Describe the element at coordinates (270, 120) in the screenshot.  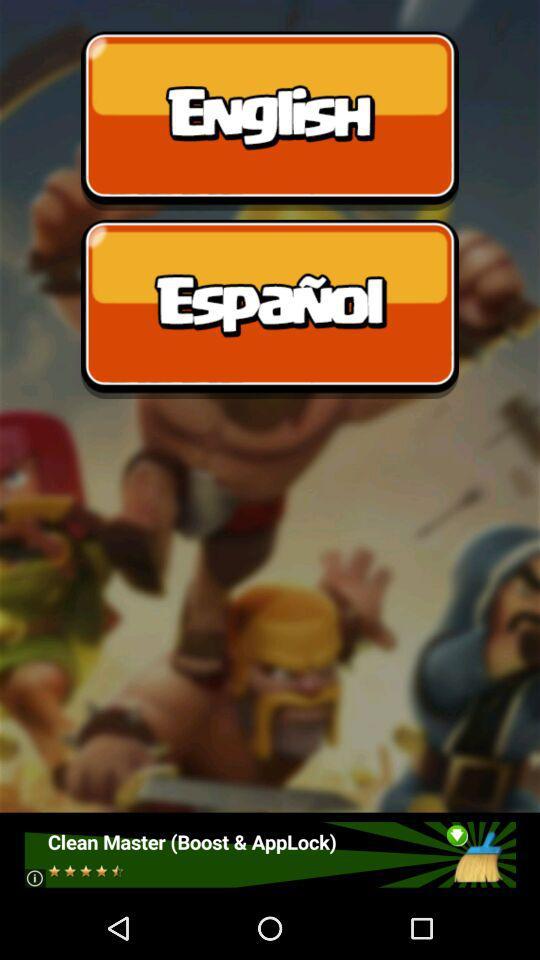
I see `click english` at that location.